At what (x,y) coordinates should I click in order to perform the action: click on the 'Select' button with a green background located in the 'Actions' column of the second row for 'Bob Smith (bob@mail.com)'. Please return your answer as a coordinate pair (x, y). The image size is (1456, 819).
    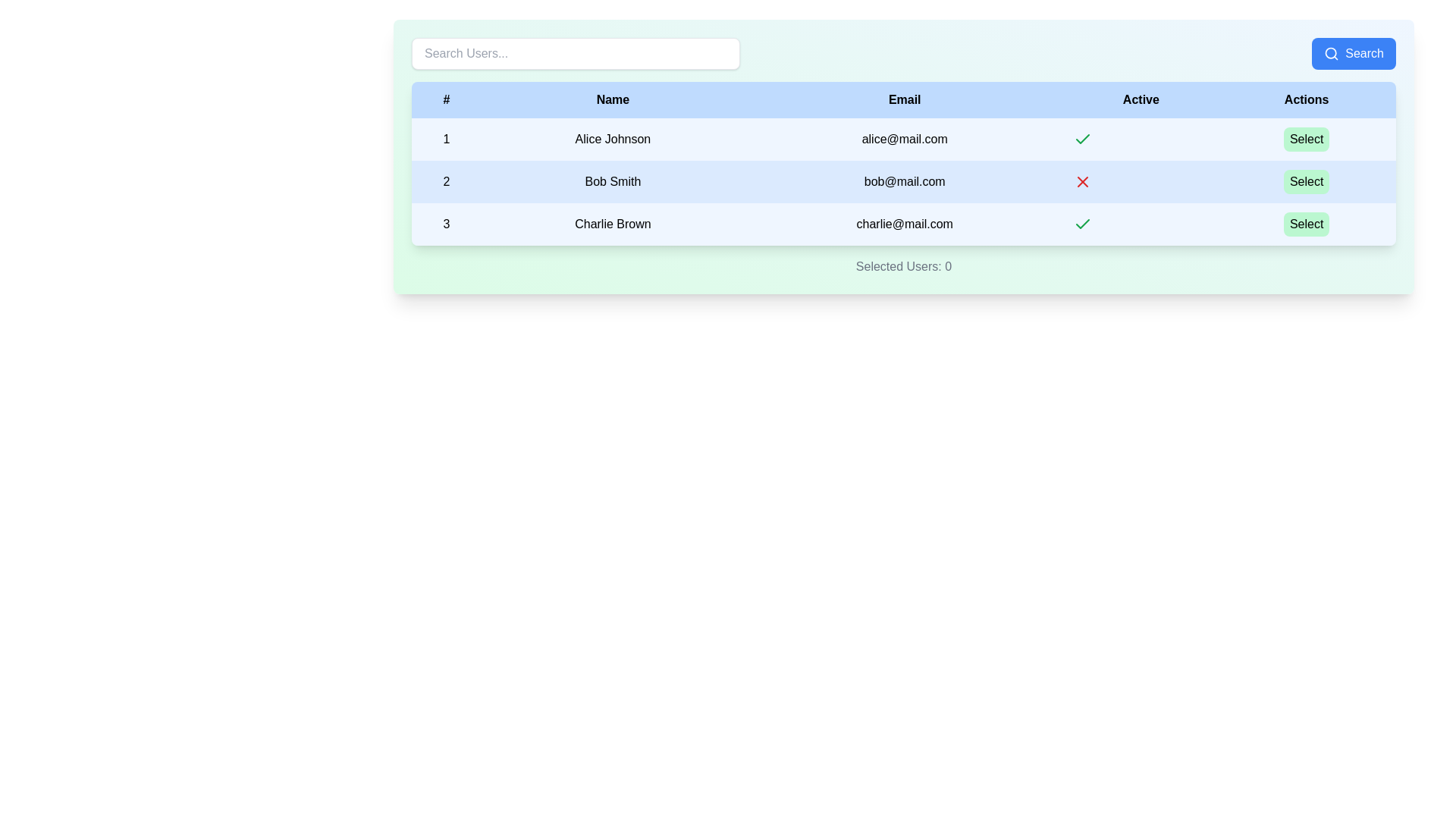
    Looking at the image, I should click on (1306, 180).